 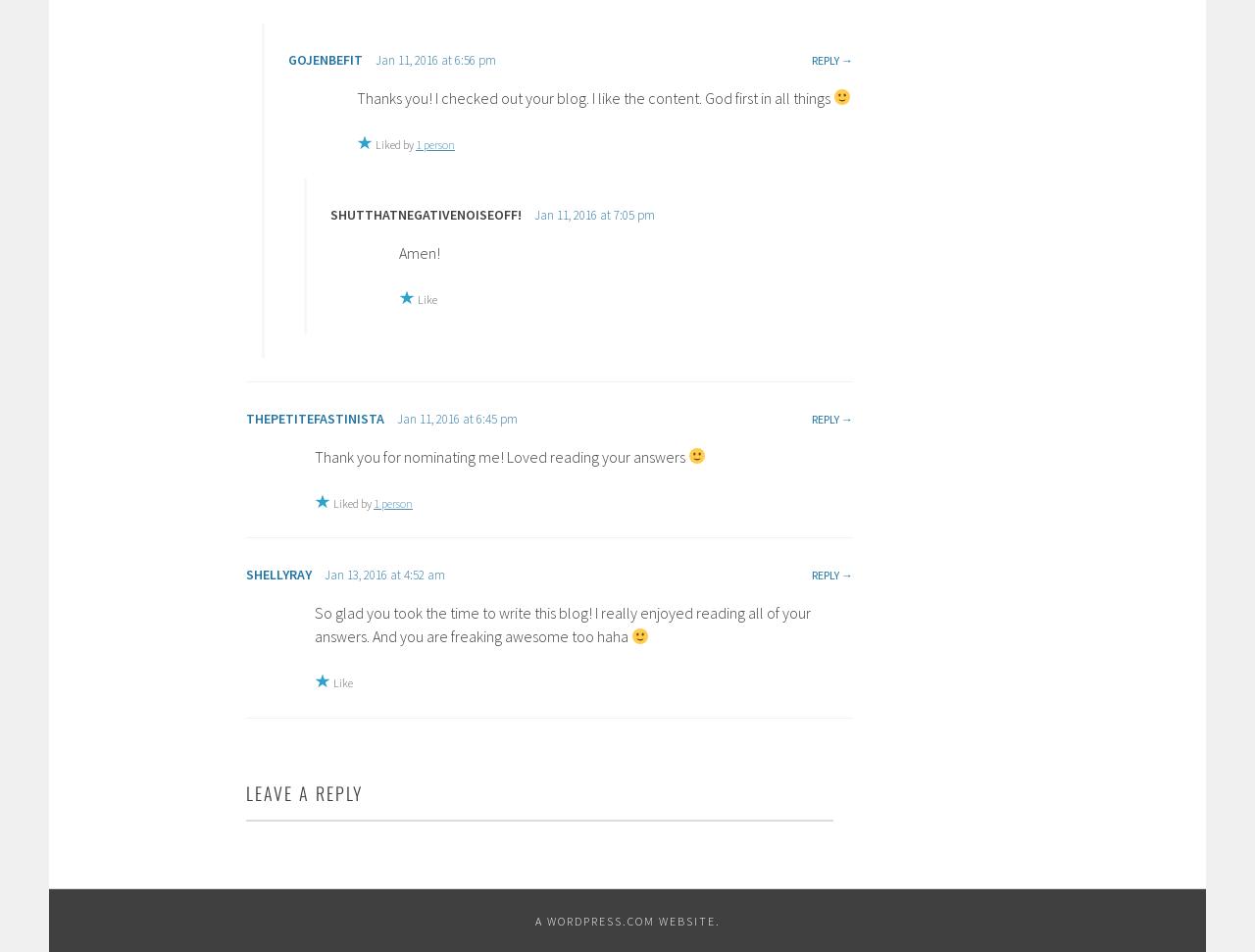 What do you see at coordinates (425, 214) in the screenshot?
I see `'SHUTTHATNEGATIVENOISEOFF!'` at bounding box center [425, 214].